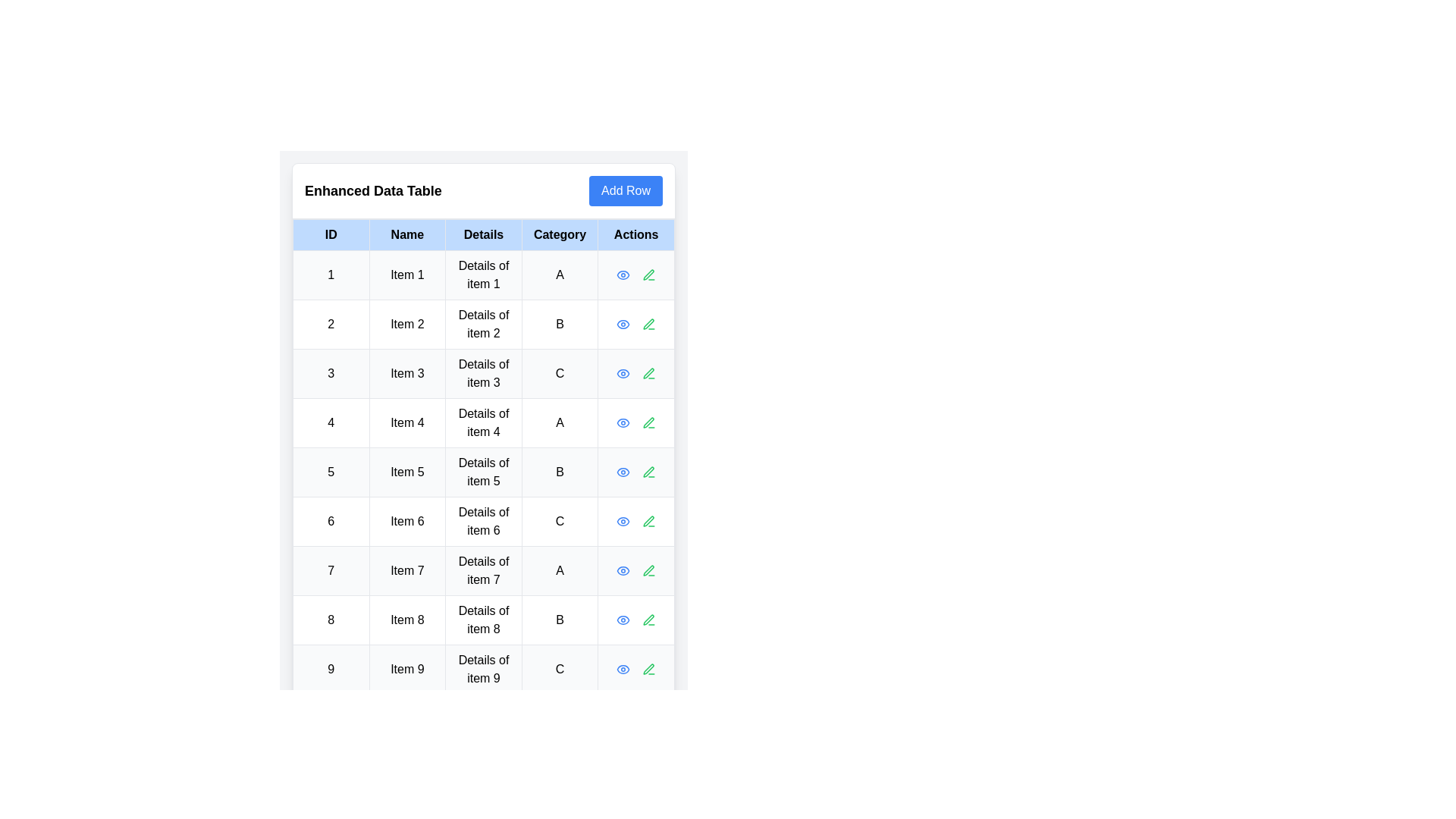 The width and height of the screenshot is (1456, 819). I want to click on the 'Name' label, which is a rectangular header in a light blue background with bold black text, located as the second item in a series of five headers in the data table, so click(407, 234).